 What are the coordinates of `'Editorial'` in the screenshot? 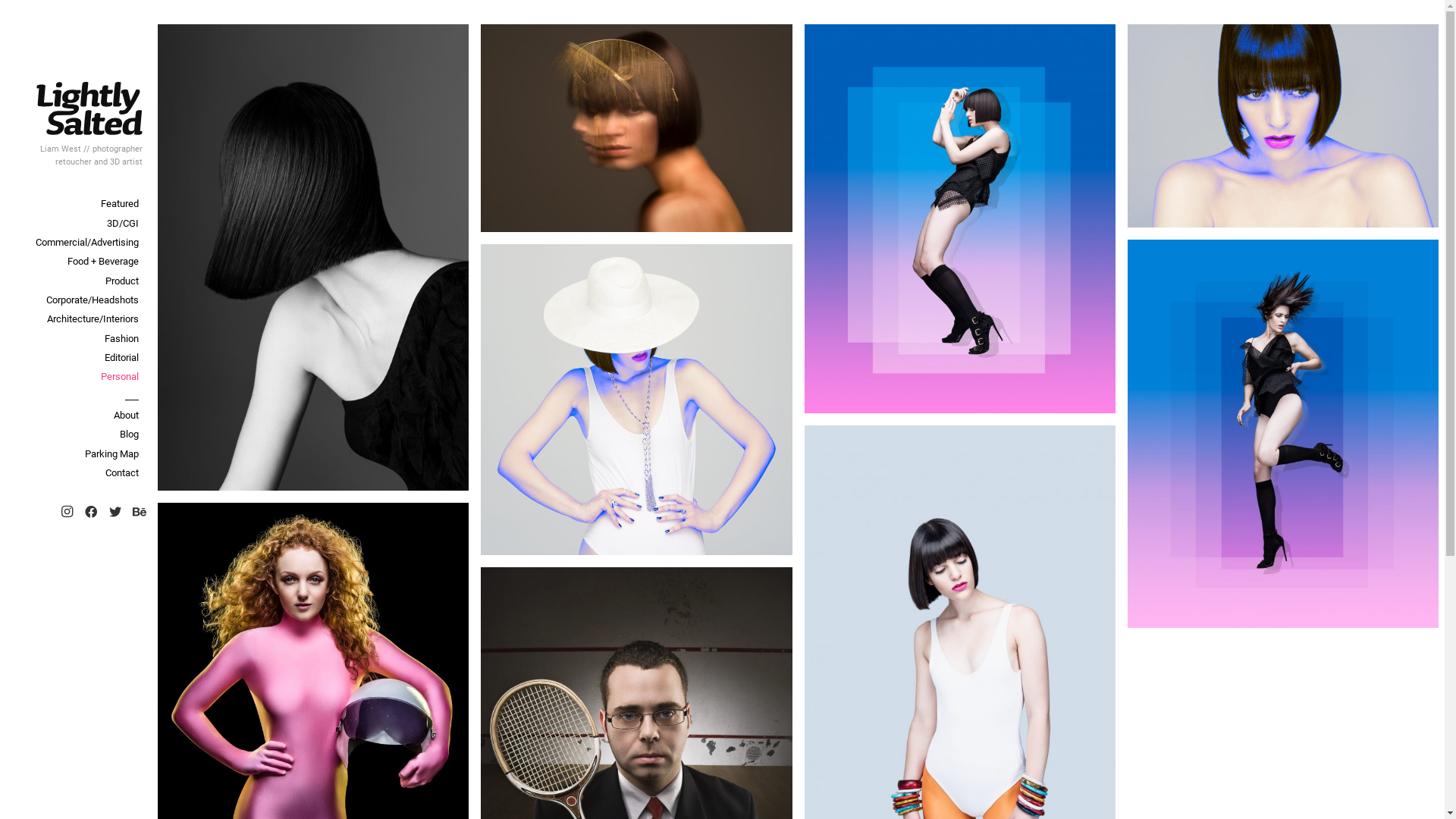 It's located at (75, 357).